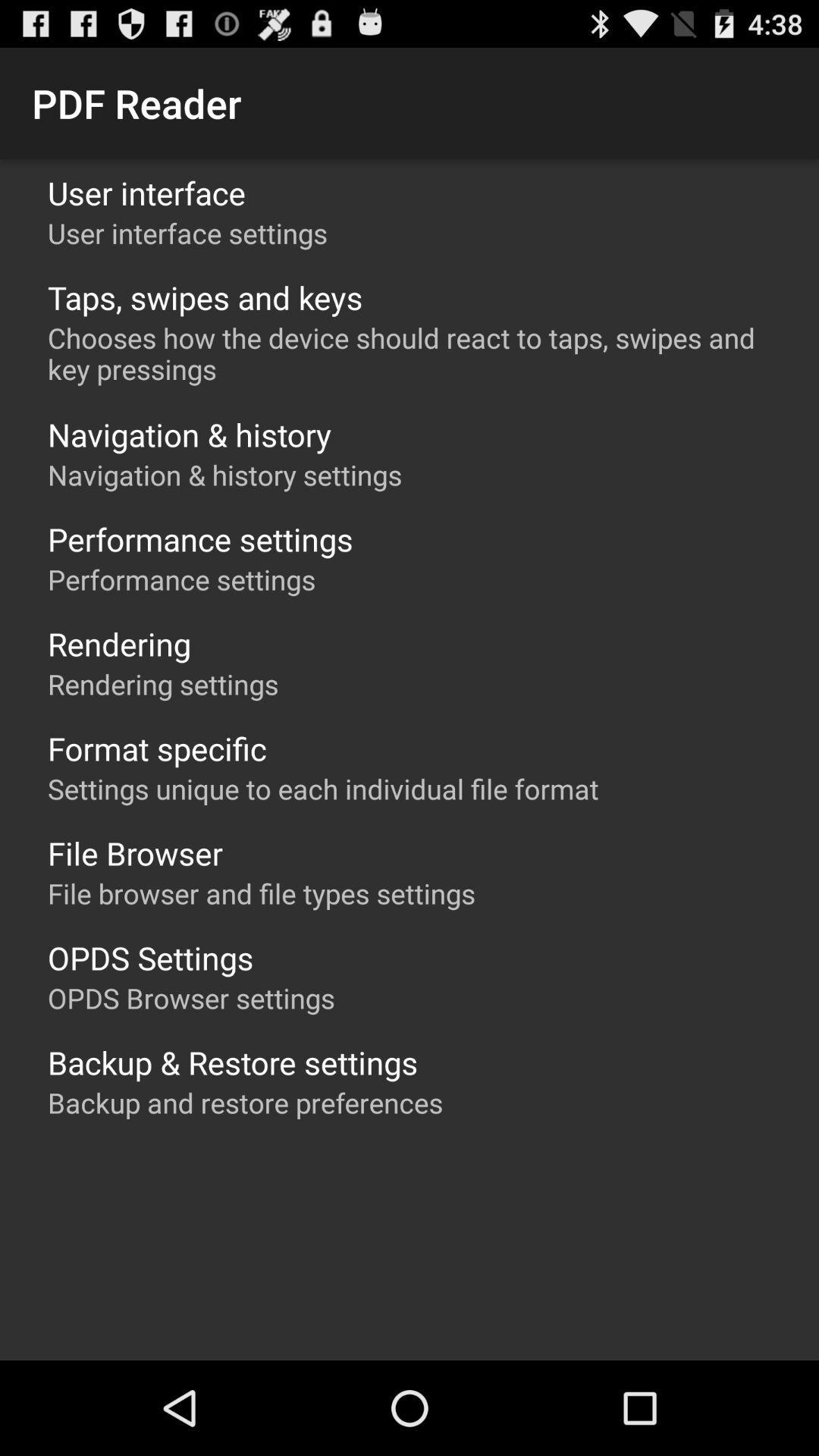  What do you see at coordinates (322, 789) in the screenshot?
I see `settings unique to app` at bounding box center [322, 789].